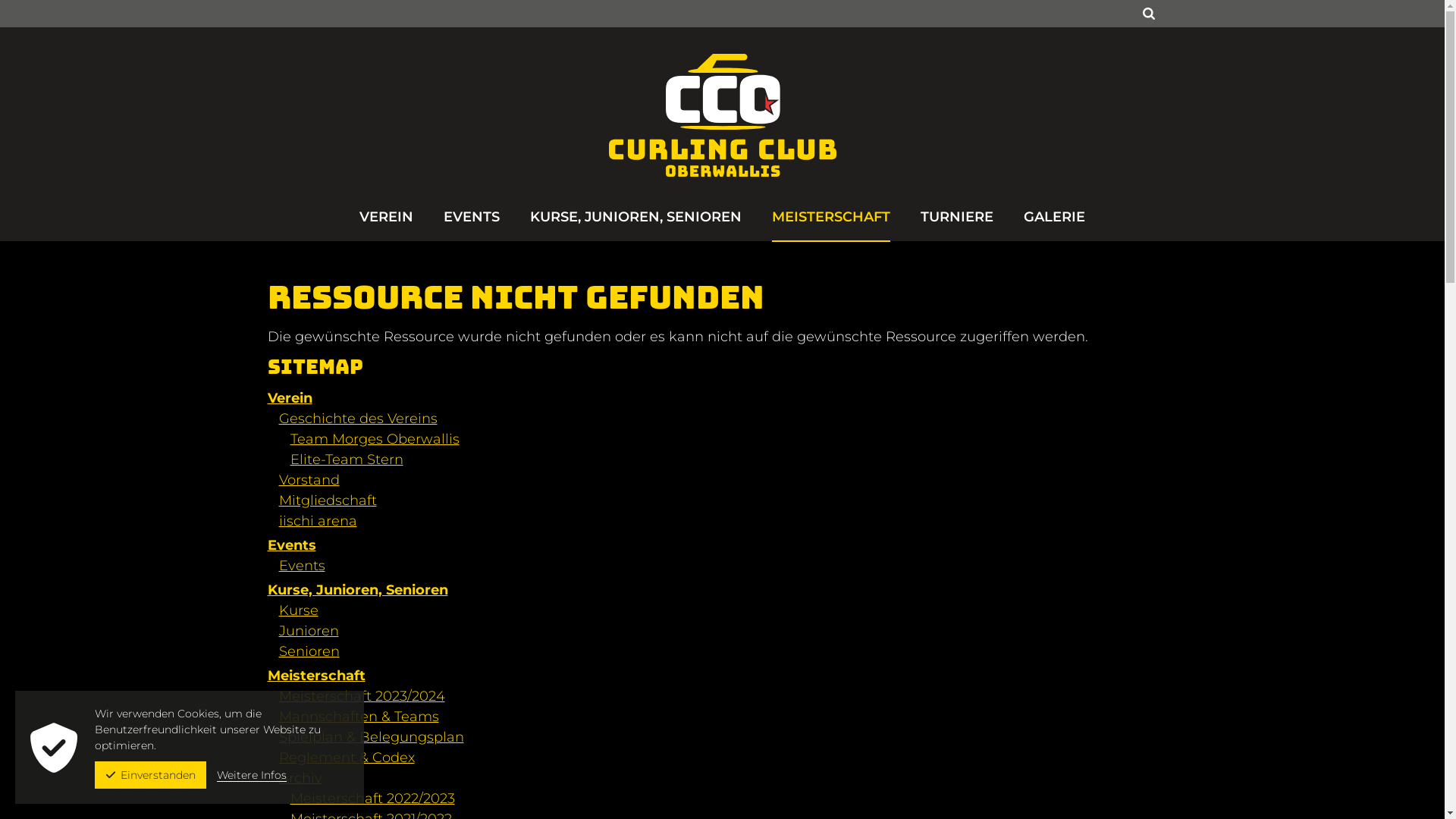  Describe the element at coordinates (300, 778) in the screenshot. I see `'Archiv'` at that location.